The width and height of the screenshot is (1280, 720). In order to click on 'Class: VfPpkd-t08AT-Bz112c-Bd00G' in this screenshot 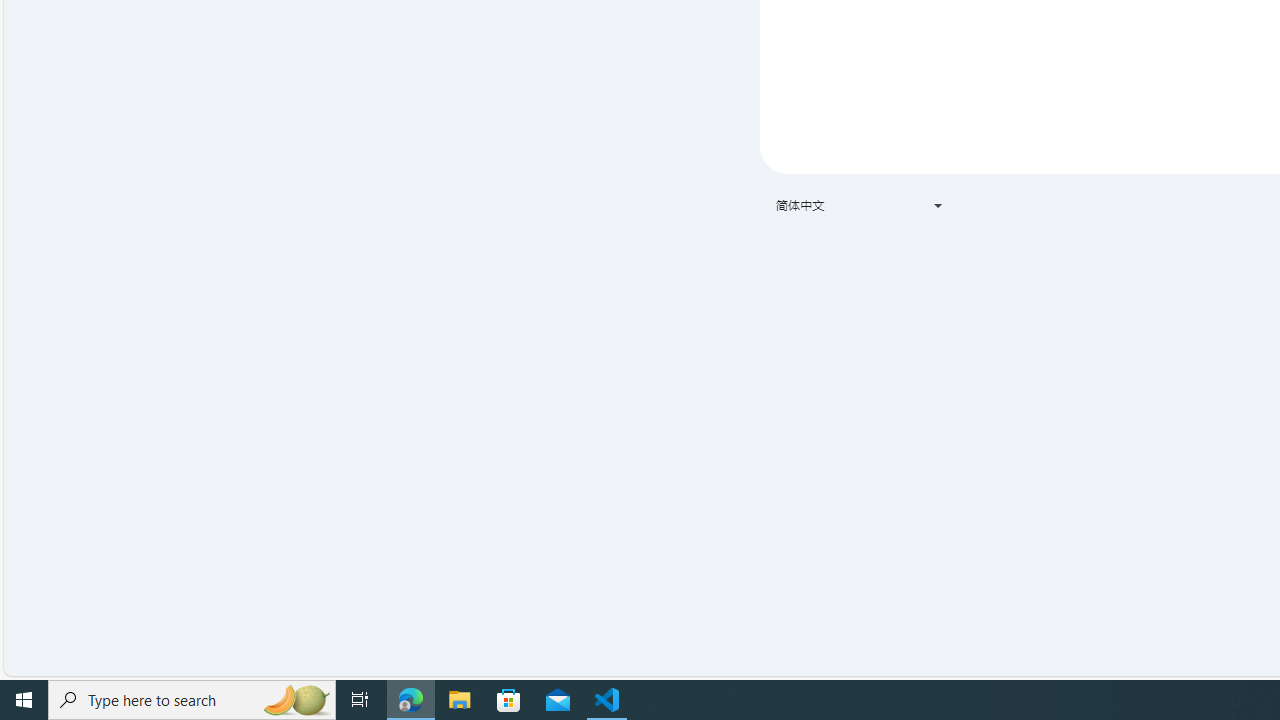, I will do `click(937, 205)`.